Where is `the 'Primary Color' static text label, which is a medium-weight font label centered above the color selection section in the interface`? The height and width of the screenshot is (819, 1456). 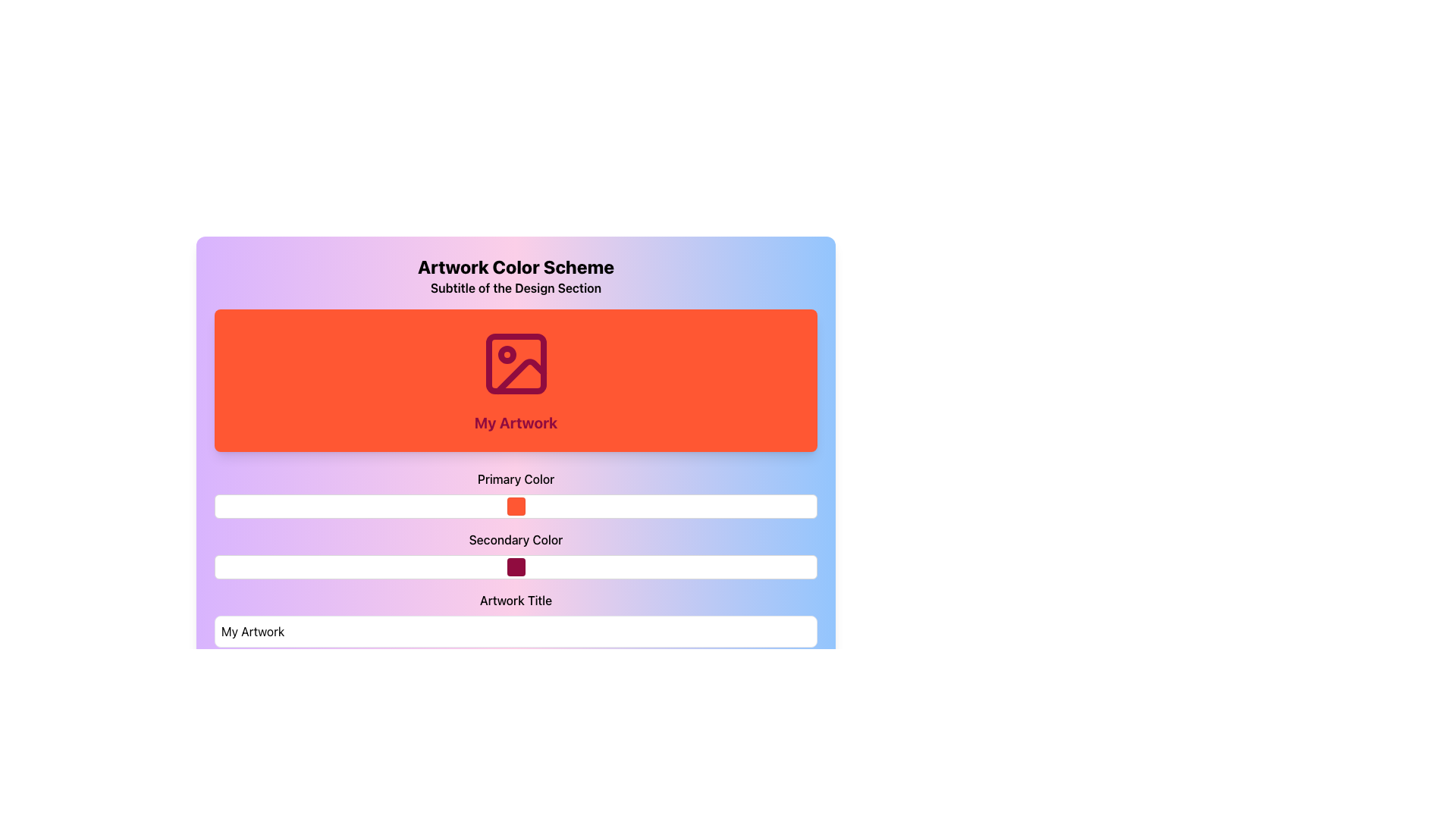
the 'Primary Color' static text label, which is a medium-weight font label centered above the color selection section in the interface is located at coordinates (516, 479).